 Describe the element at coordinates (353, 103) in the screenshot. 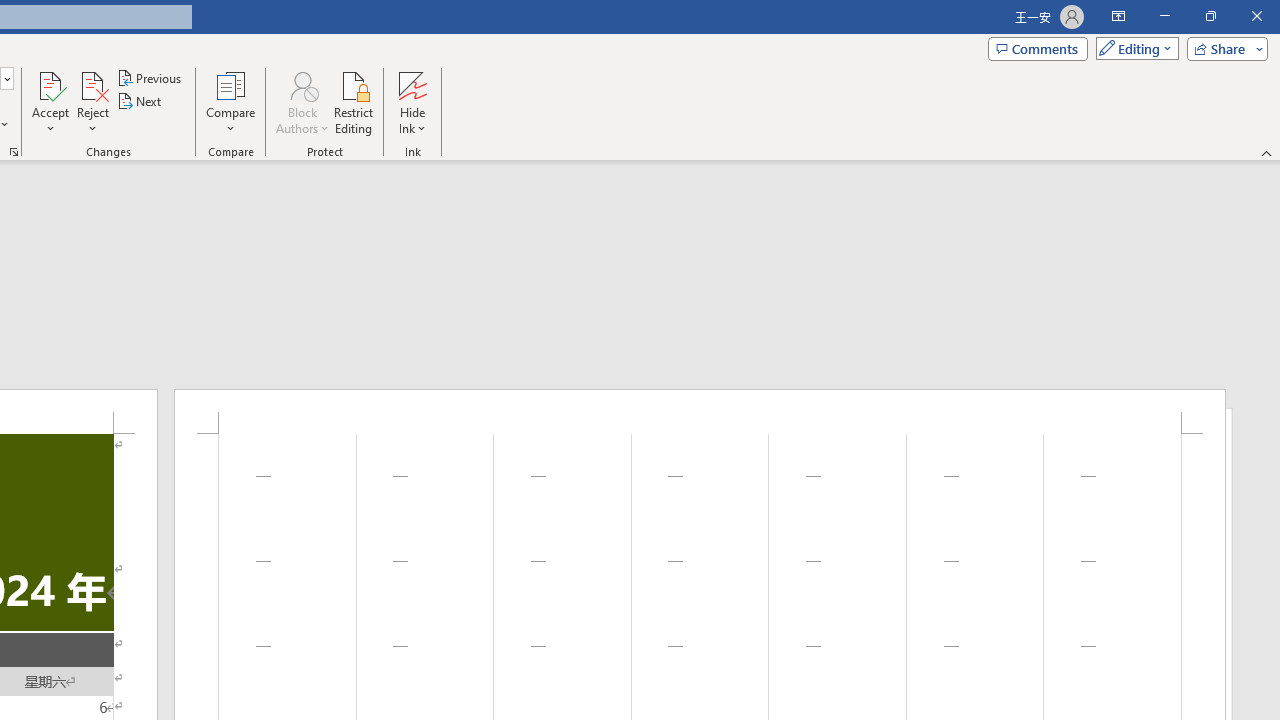

I see `'Restrict Editing'` at that location.